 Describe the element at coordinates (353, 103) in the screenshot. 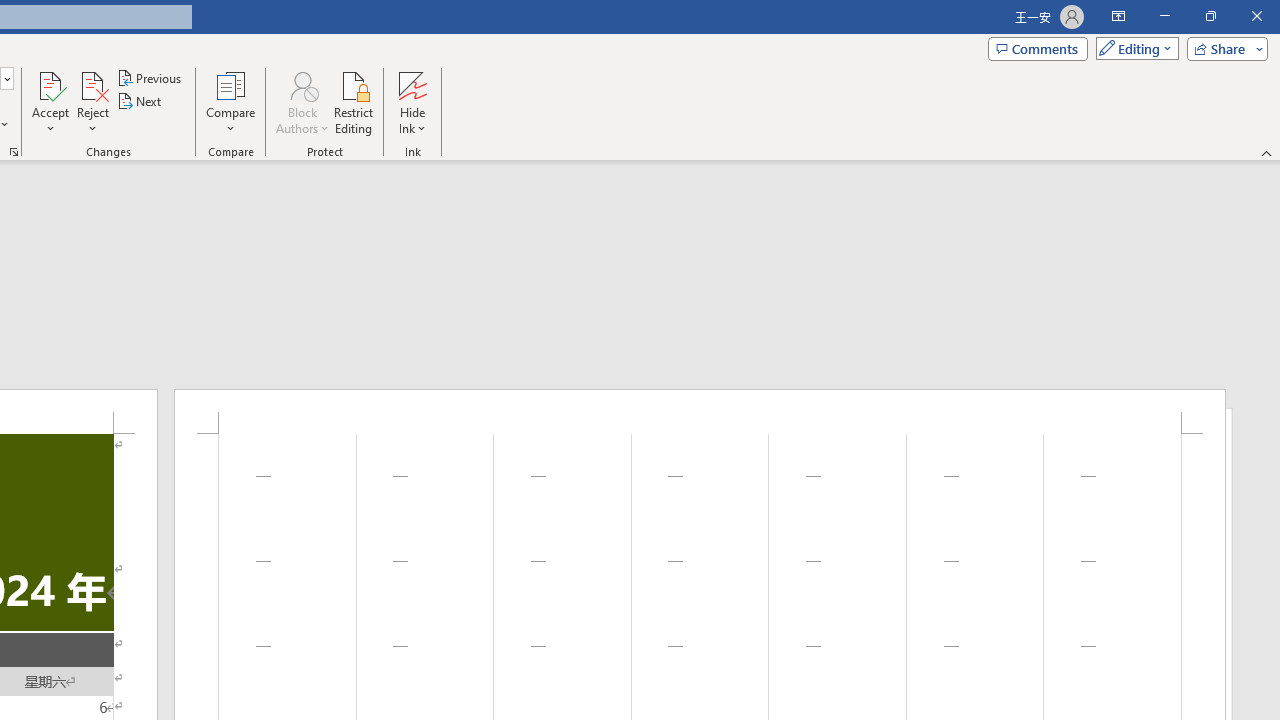

I see `'Restrict Editing'` at that location.